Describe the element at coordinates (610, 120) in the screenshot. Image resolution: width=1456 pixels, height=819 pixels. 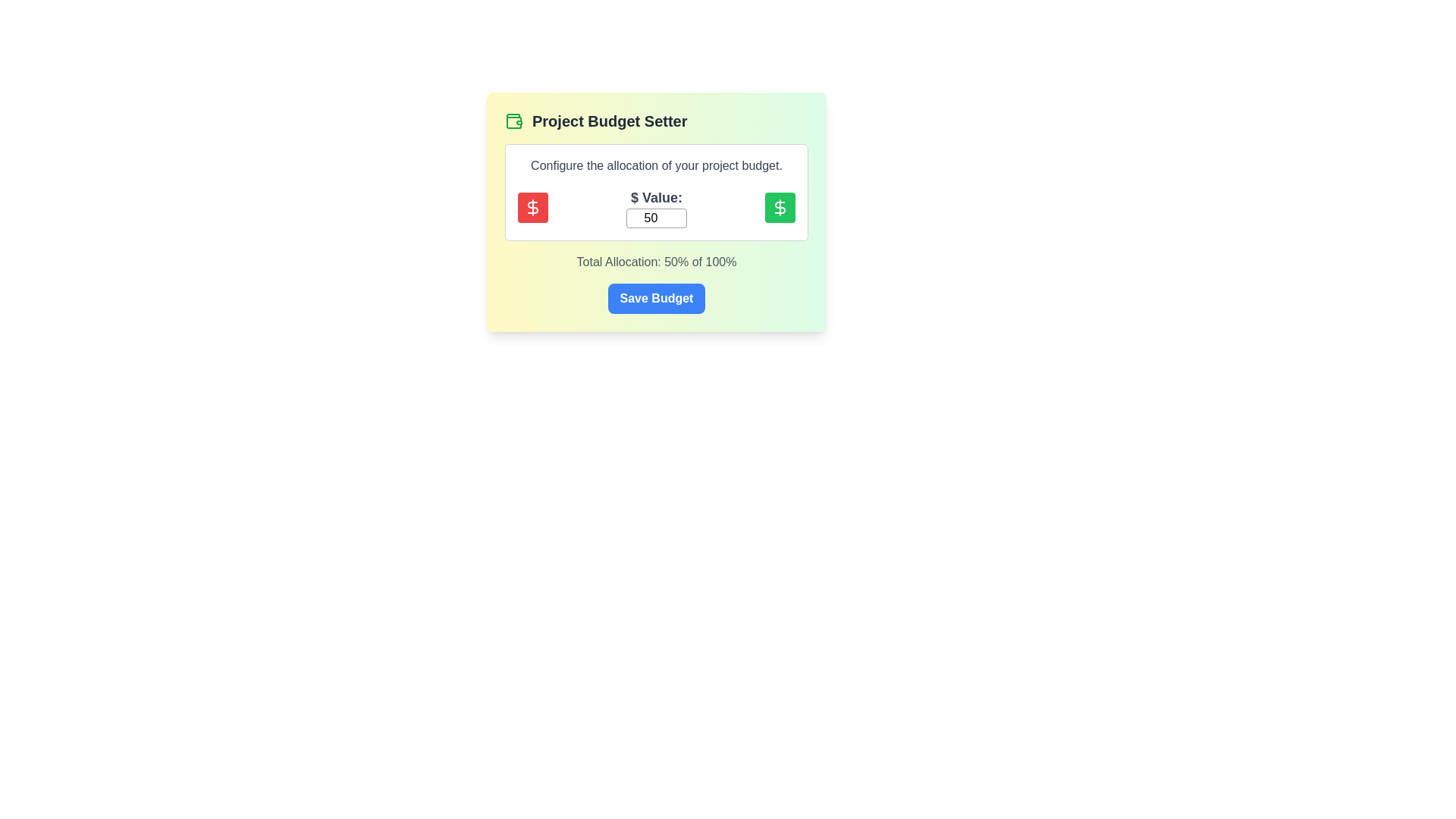
I see `text of the prominent header or title for the budget management section, which is located to the right of the wallet icon in the top portion of the card` at that location.